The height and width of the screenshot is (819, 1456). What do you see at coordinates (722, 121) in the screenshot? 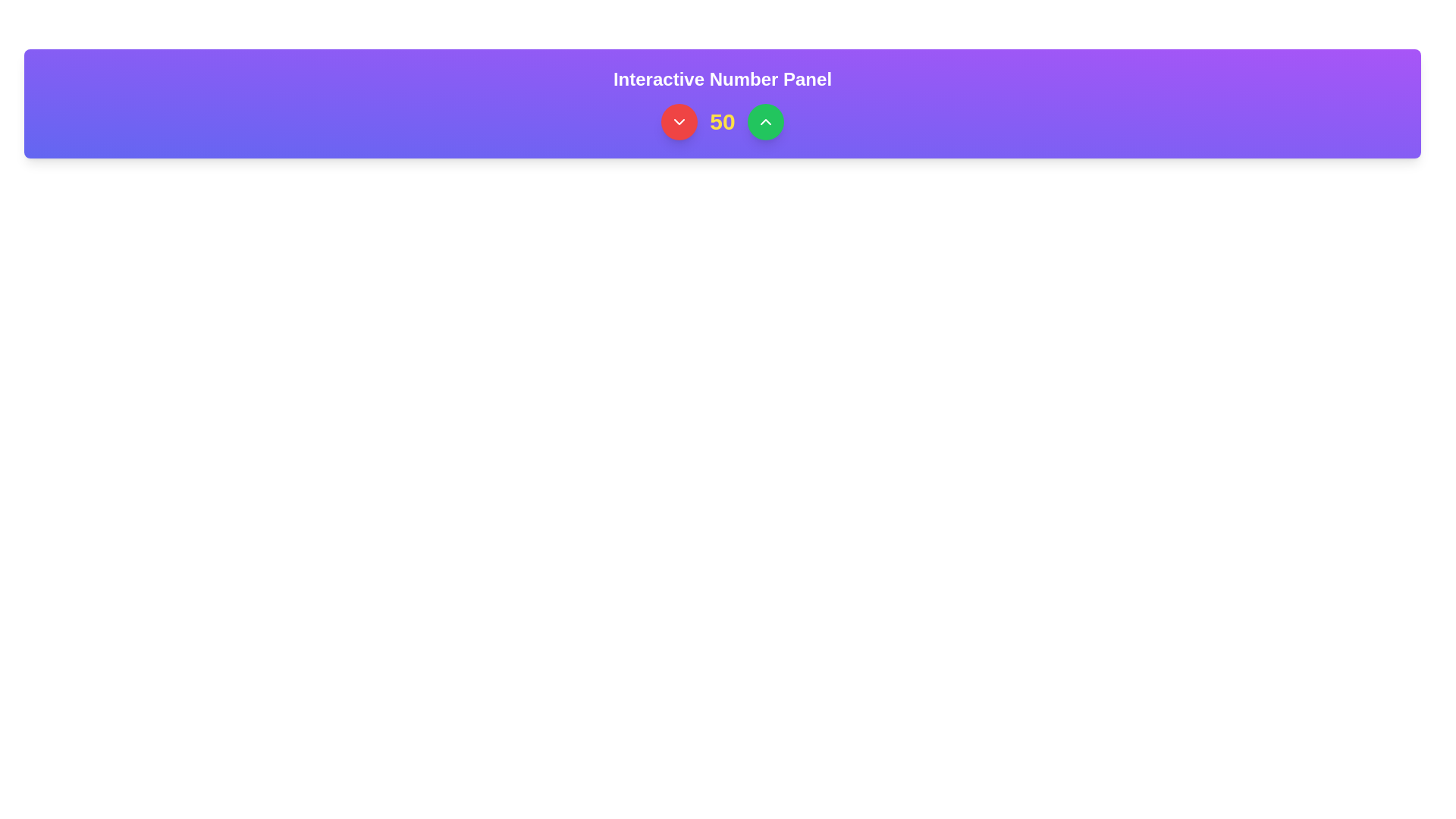
I see `the static text element displaying the numeric value '50', which is prominently styled in yellow on a purple background and is centrally aligned amidst adjacent circular buttons` at bounding box center [722, 121].